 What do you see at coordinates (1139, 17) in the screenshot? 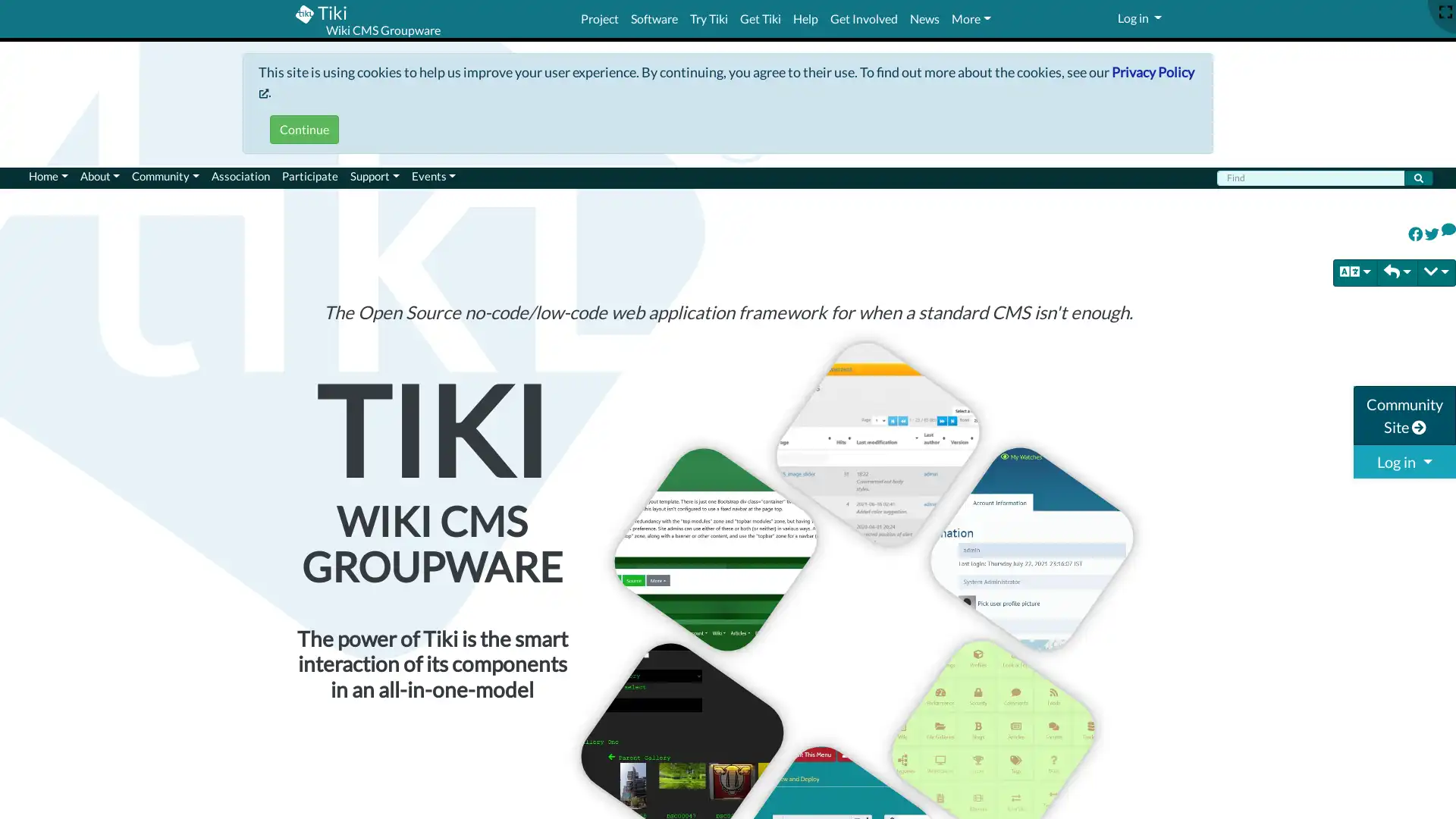
I see `Log in` at bounding box center [1139, 17].